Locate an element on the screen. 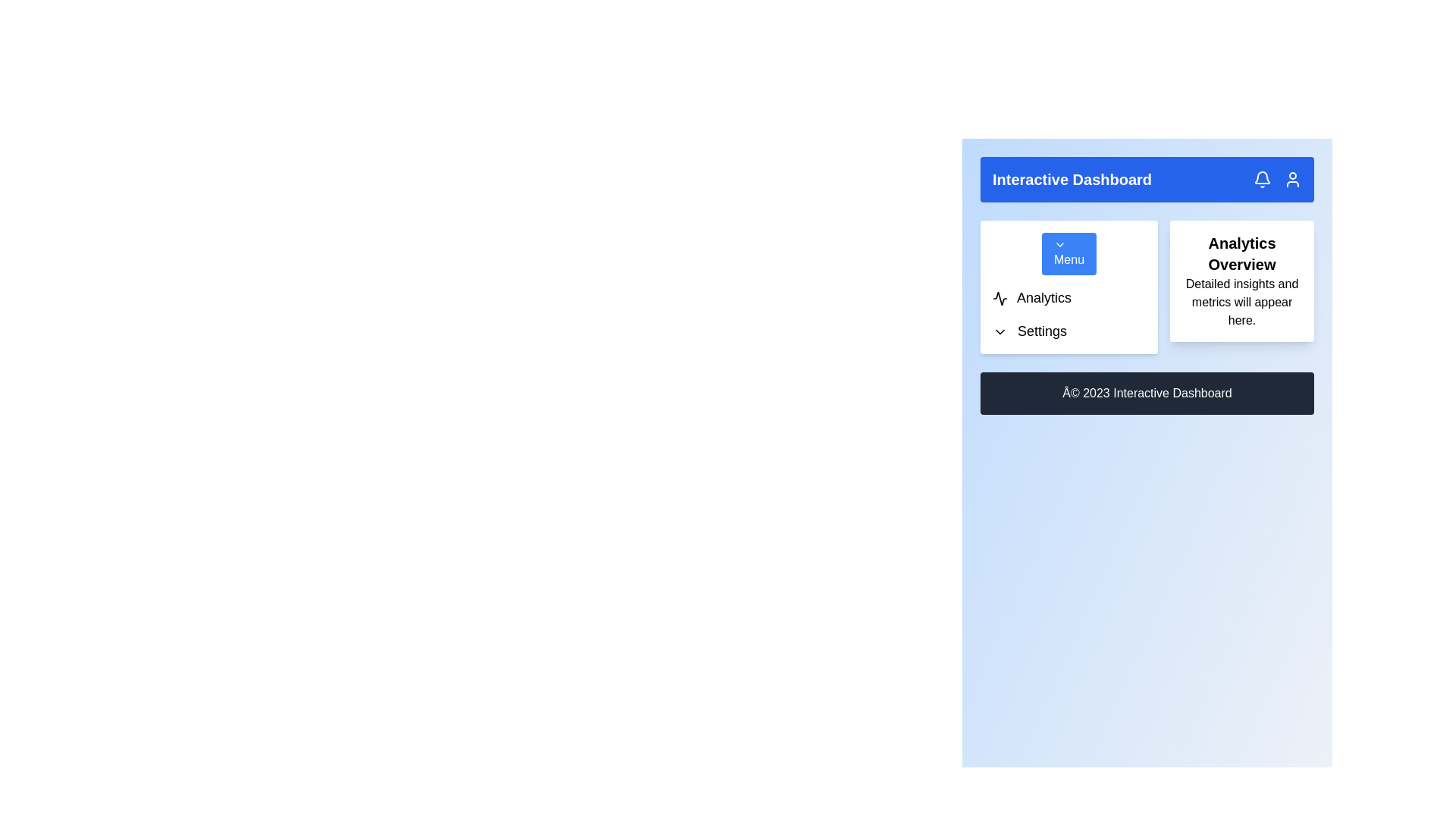 The image size is (1456, 819). the dropdown button located in the top right of the interface is located at coordinates (1068, 253).